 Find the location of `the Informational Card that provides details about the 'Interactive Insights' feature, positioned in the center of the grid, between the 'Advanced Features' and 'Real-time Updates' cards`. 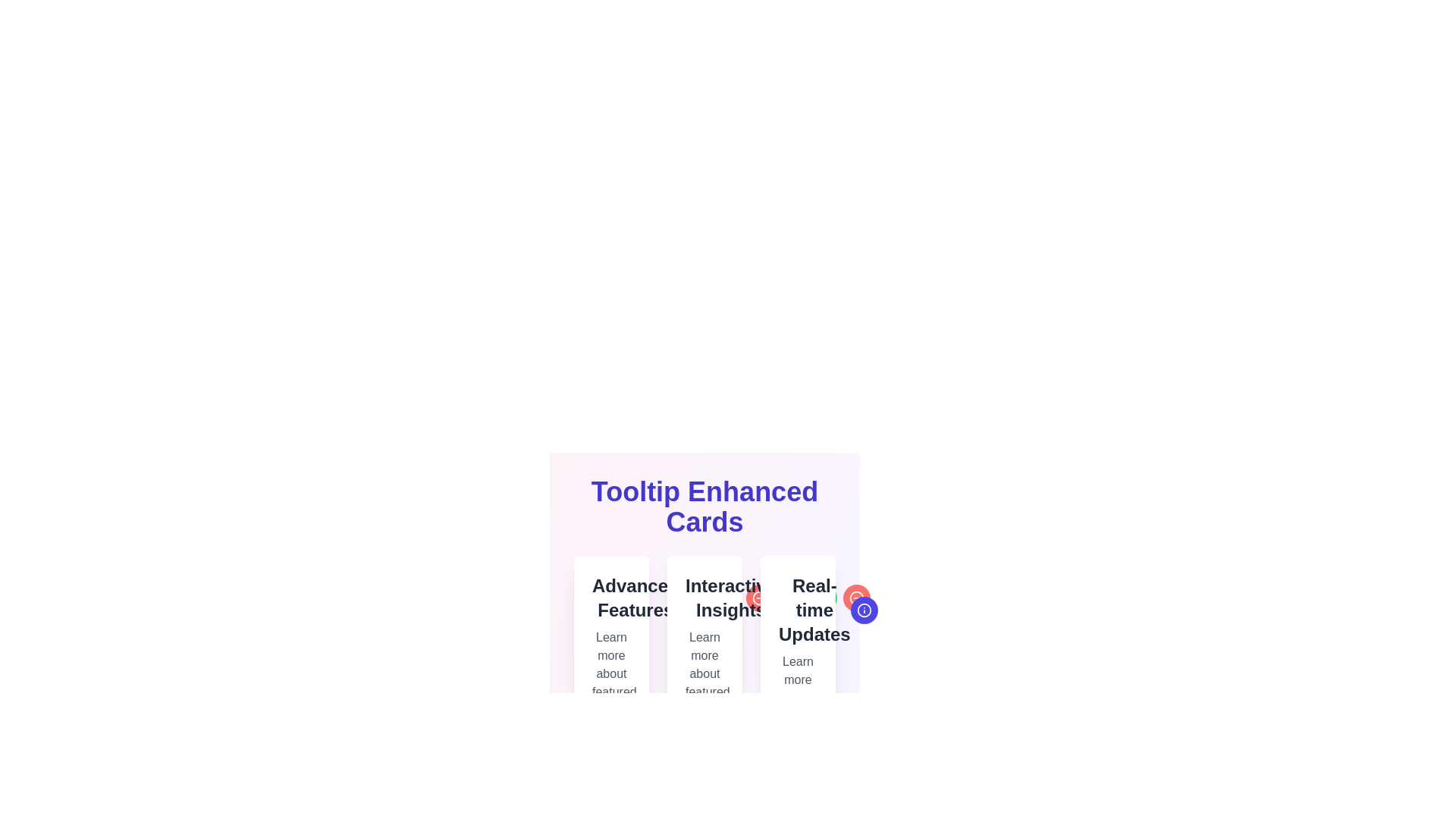

the Informational Card that provides details about the 'Interactive Insights' feature, positioned in the center of the grid, between the 'Advanced Features' and 'Real-time Updates' cards is located at coordinates (704, 657).